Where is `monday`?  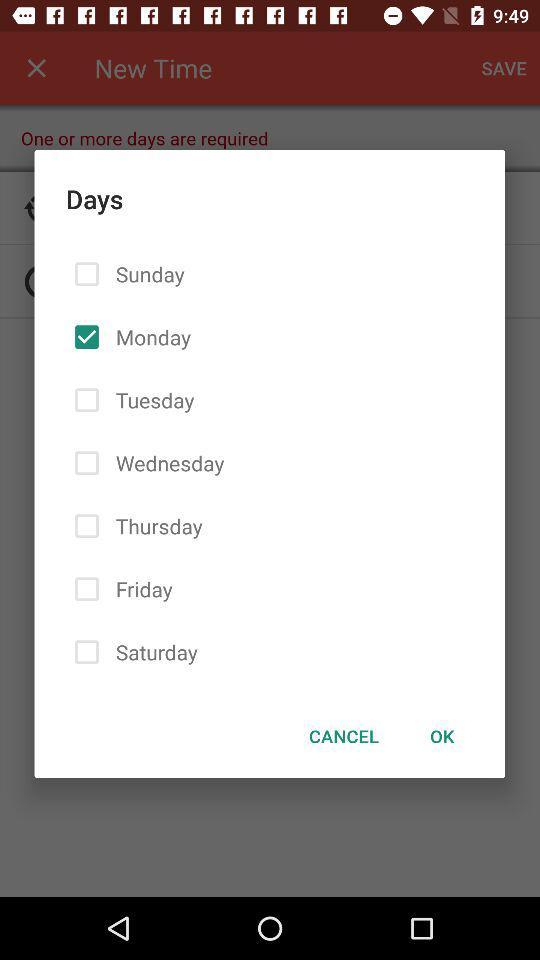
monday is located at coordinates (148, 337).